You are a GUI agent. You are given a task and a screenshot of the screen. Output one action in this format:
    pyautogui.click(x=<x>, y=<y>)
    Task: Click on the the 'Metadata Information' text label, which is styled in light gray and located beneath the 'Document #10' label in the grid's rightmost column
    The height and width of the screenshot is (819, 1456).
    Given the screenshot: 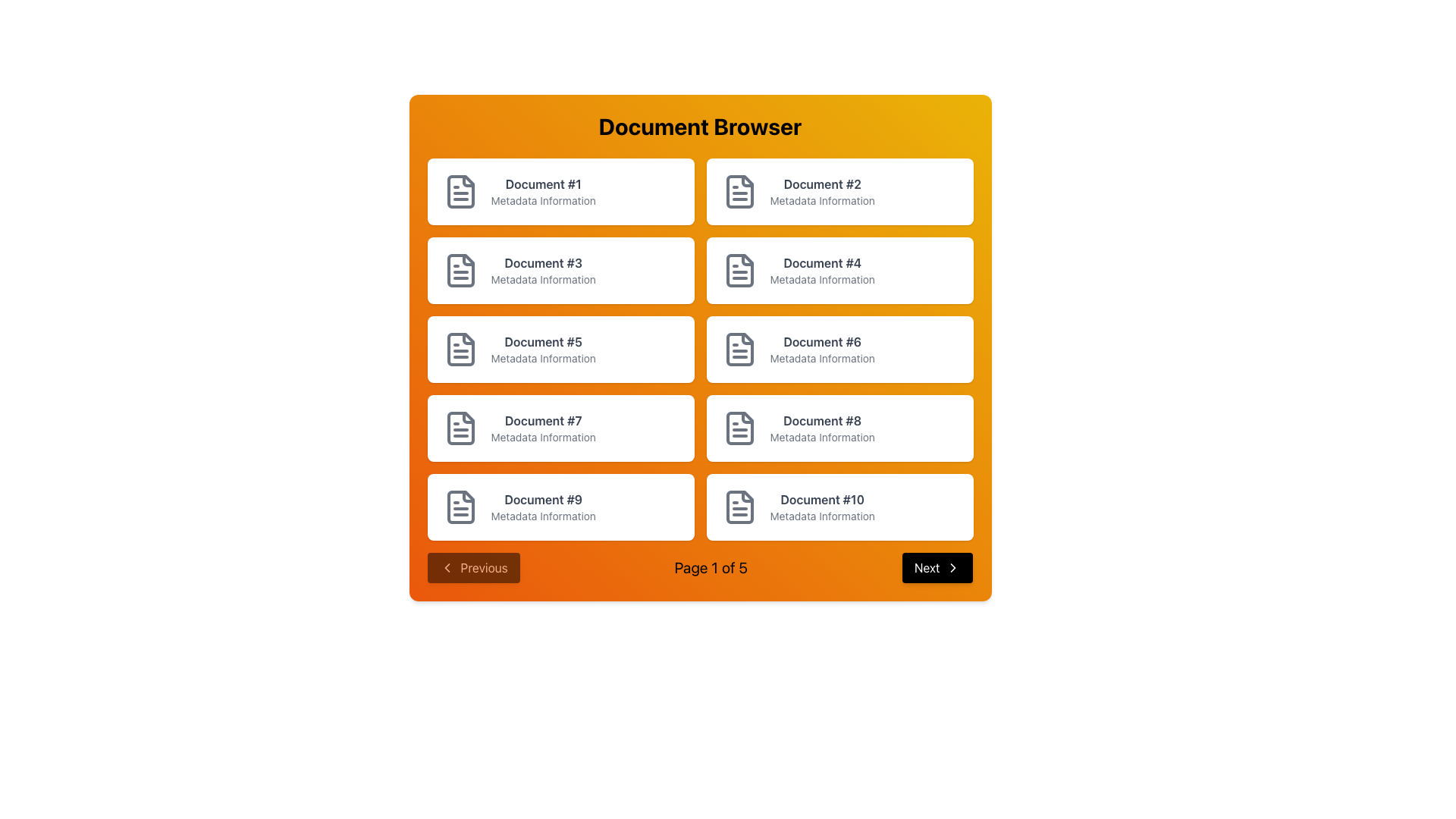 What is the action you would take?
    pyautogui.click(x=821, y=516)
    